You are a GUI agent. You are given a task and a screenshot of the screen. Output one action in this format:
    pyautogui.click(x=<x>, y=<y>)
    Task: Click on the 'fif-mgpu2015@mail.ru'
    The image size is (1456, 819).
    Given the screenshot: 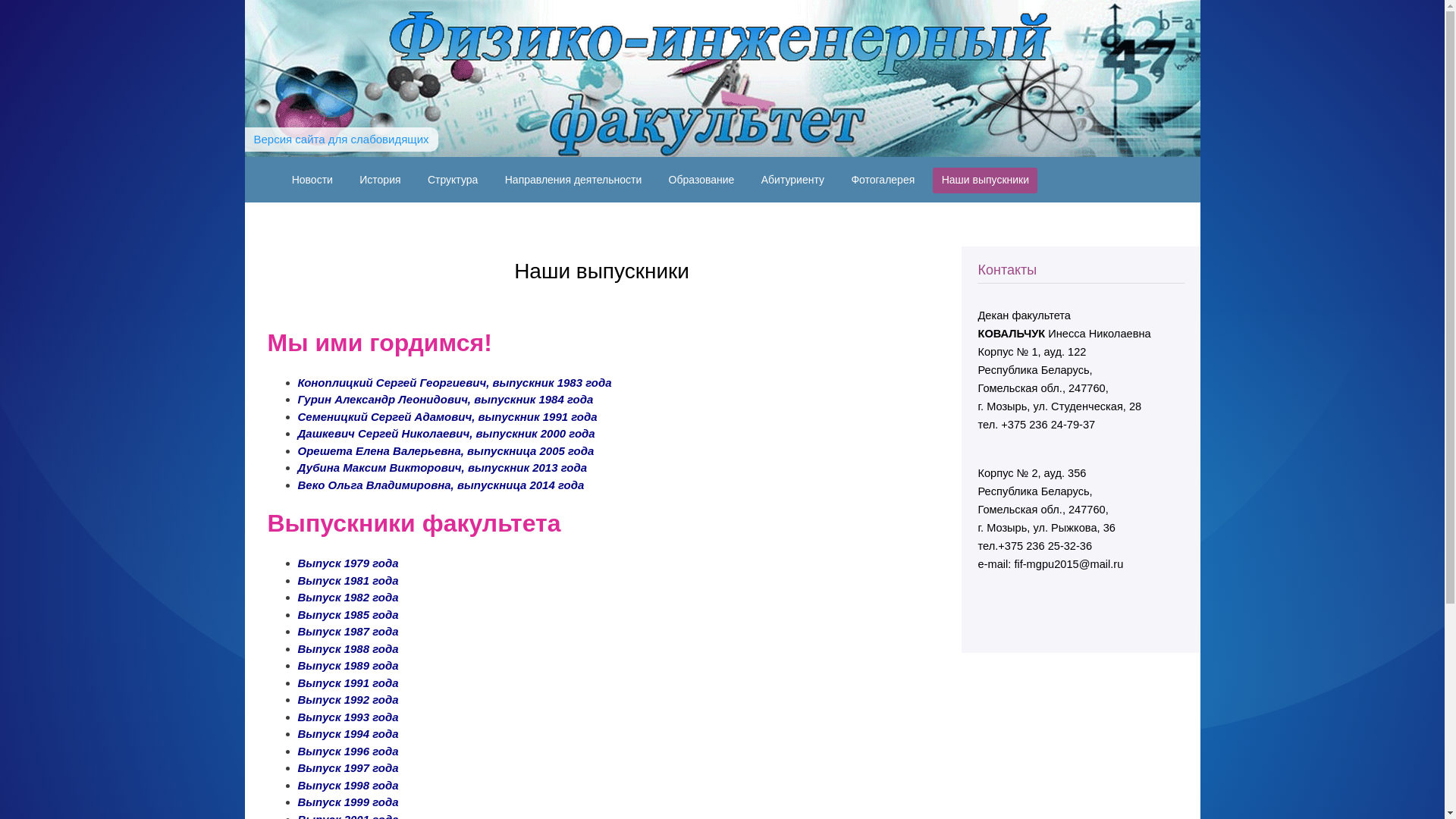 What is the action you would take?
    pyautogui.click(x=1068, y=564)
    